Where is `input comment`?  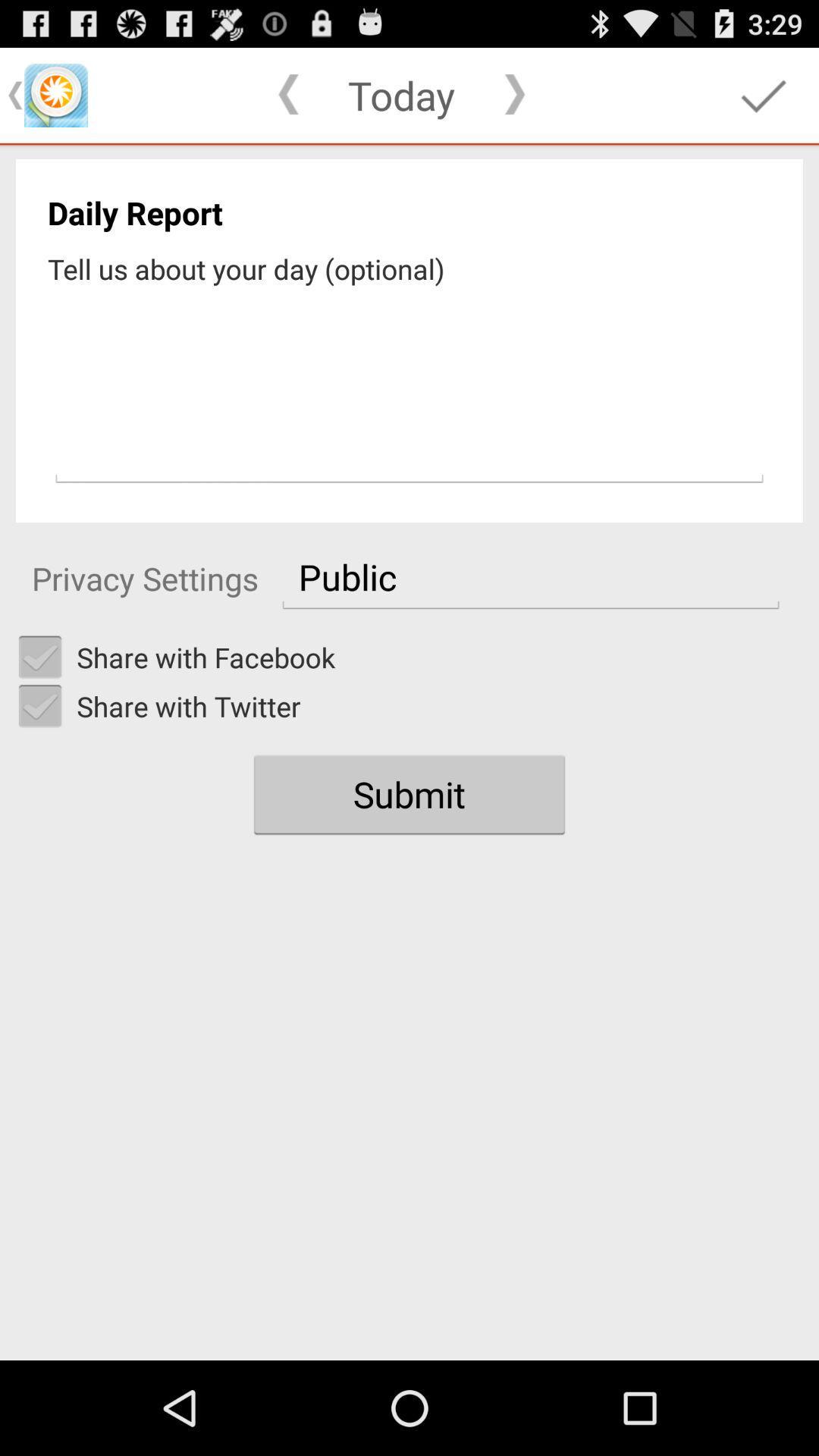 input comment is located at coordinates (409, 389).